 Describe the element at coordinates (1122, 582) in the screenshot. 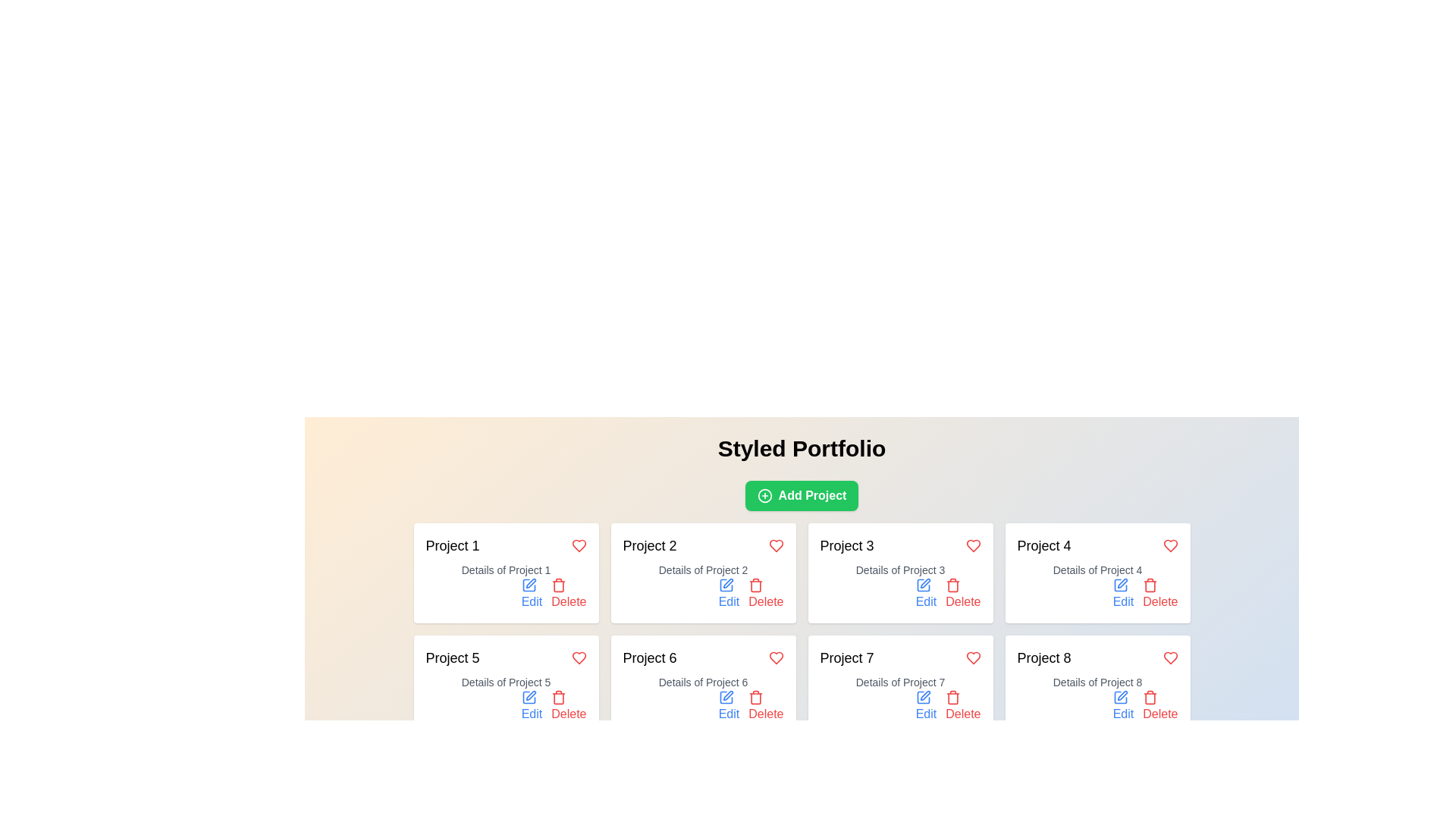

I see `the pen icon button located within the 'Project 4' card to initiate the edit action` at that location.